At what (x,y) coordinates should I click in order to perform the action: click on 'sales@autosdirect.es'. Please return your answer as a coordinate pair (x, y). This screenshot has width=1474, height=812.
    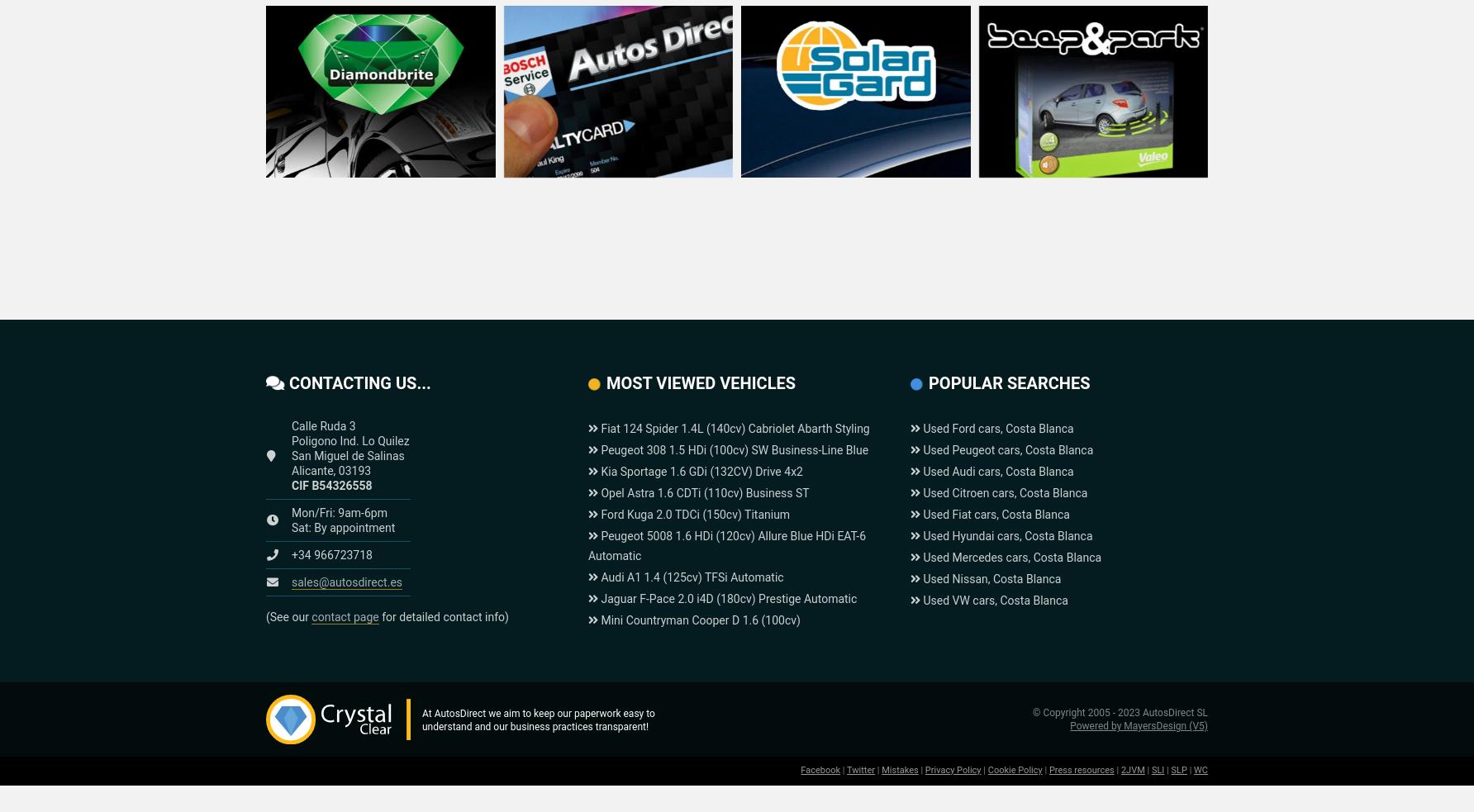
    Looking at the image, I should click on (345, 582).